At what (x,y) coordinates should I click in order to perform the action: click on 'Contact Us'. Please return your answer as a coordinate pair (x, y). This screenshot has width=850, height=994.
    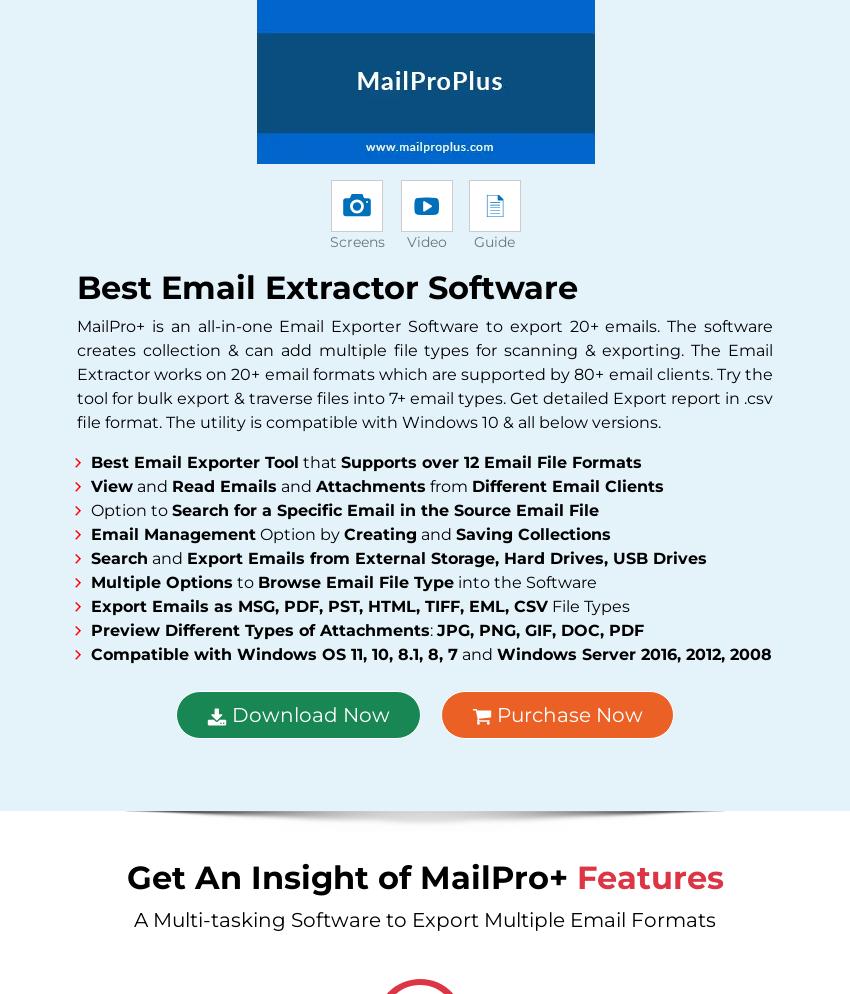
    Looking at the image, I should click on (136, 643).